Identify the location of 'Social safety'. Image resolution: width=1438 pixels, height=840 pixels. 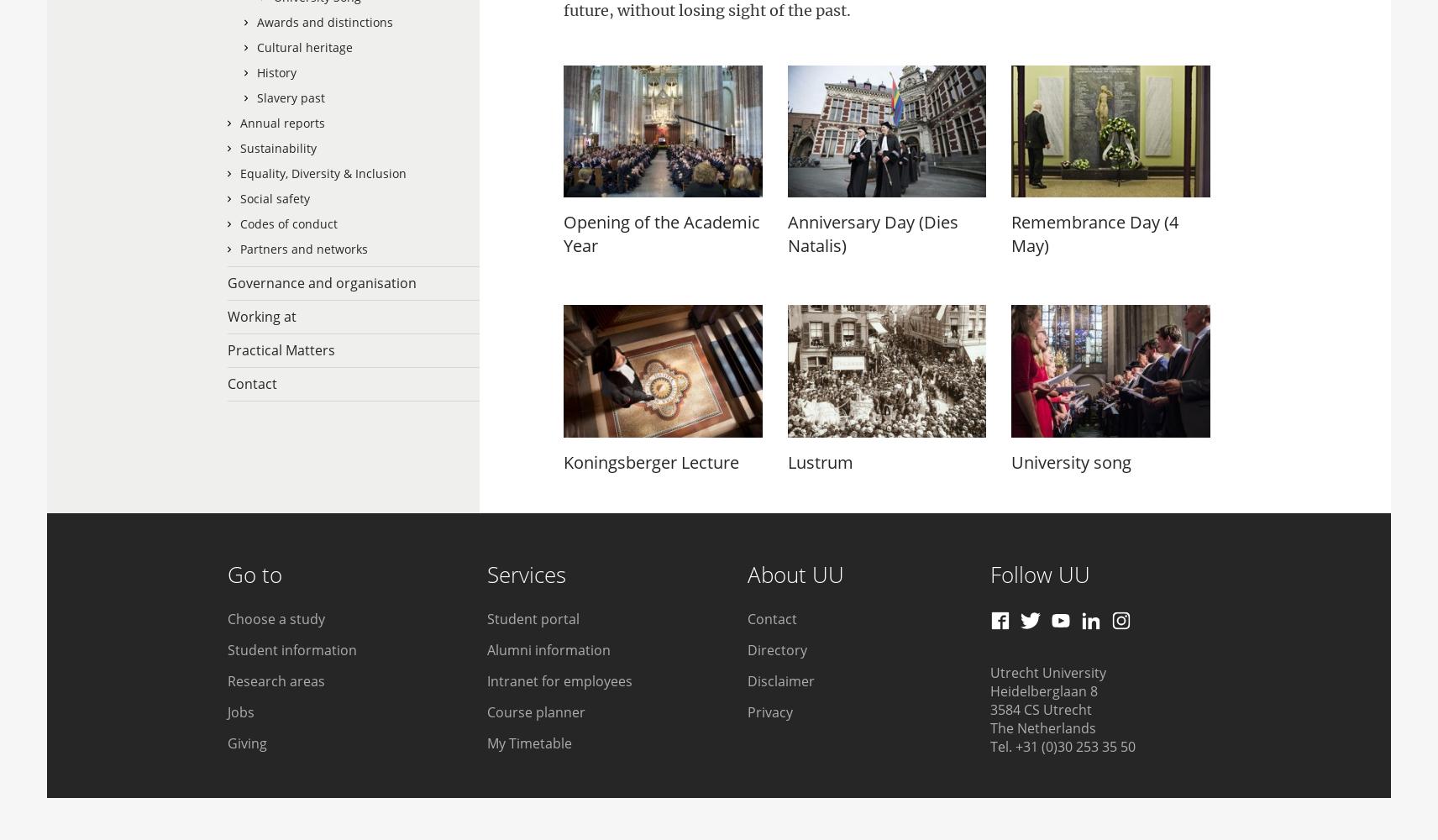
(275, 197).